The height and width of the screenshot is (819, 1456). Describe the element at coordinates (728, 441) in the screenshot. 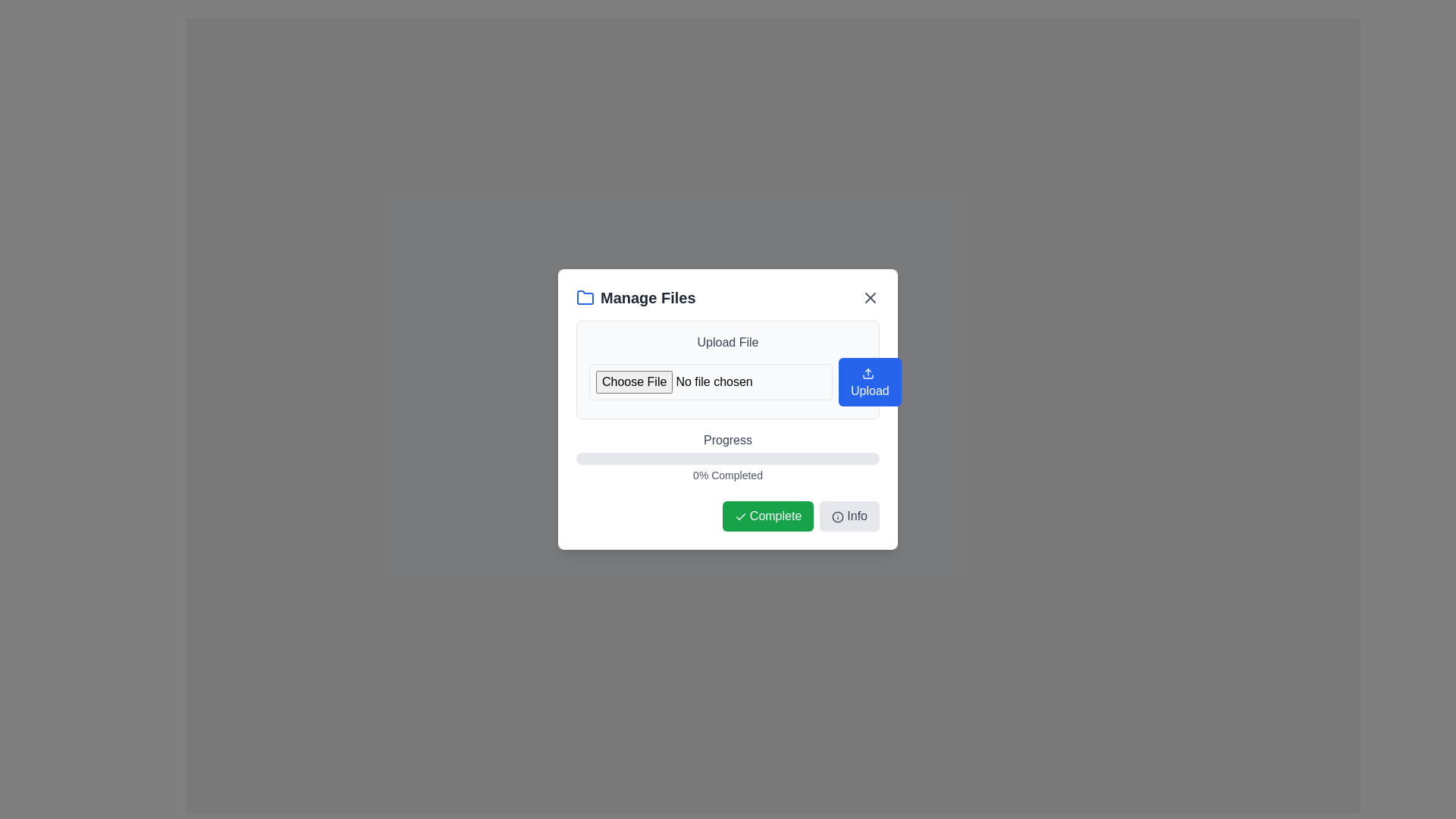

I see `the static text label displaying the word 'Progress', which is located in the central part of a modal dialog related to file uploading` at that location.